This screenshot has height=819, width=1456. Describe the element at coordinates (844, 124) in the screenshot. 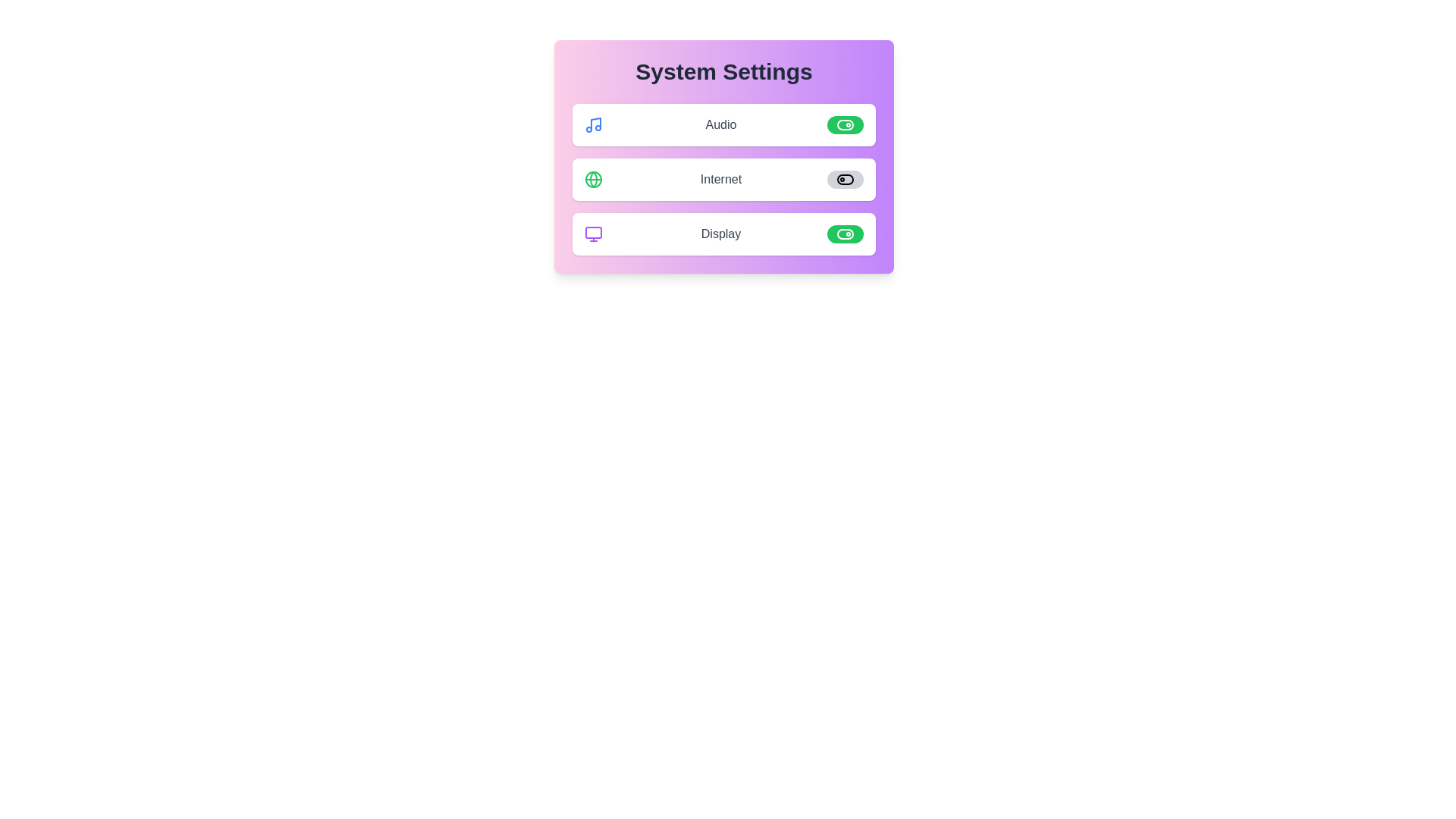

I see `the toggle background element of the 'Audio' option in the 'System Settings' interface to switch its state` at that location.